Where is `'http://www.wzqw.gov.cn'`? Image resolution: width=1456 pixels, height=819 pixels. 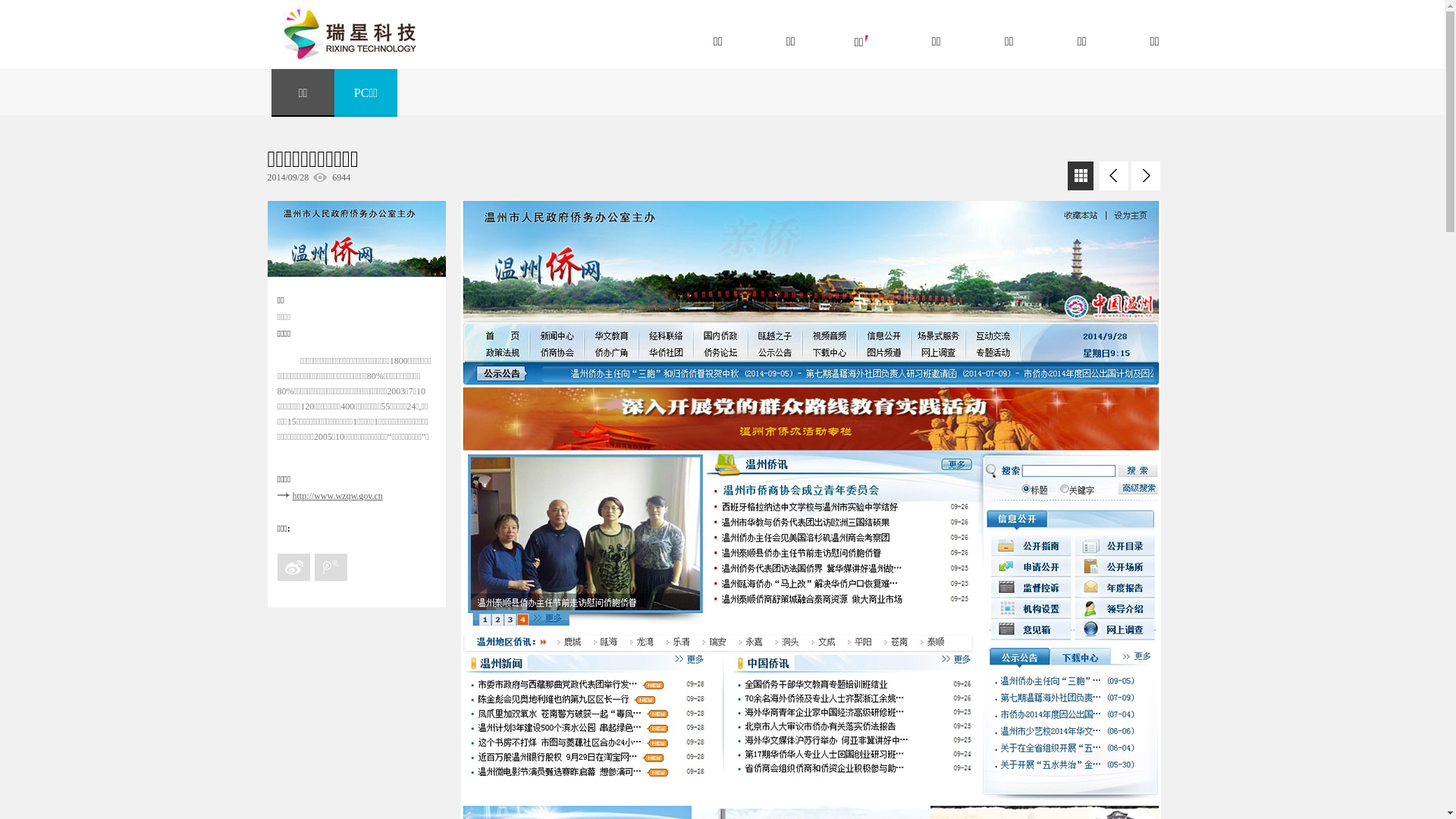 'http://www.wzqw.gov.cn' is located at coordinates (337, 496).